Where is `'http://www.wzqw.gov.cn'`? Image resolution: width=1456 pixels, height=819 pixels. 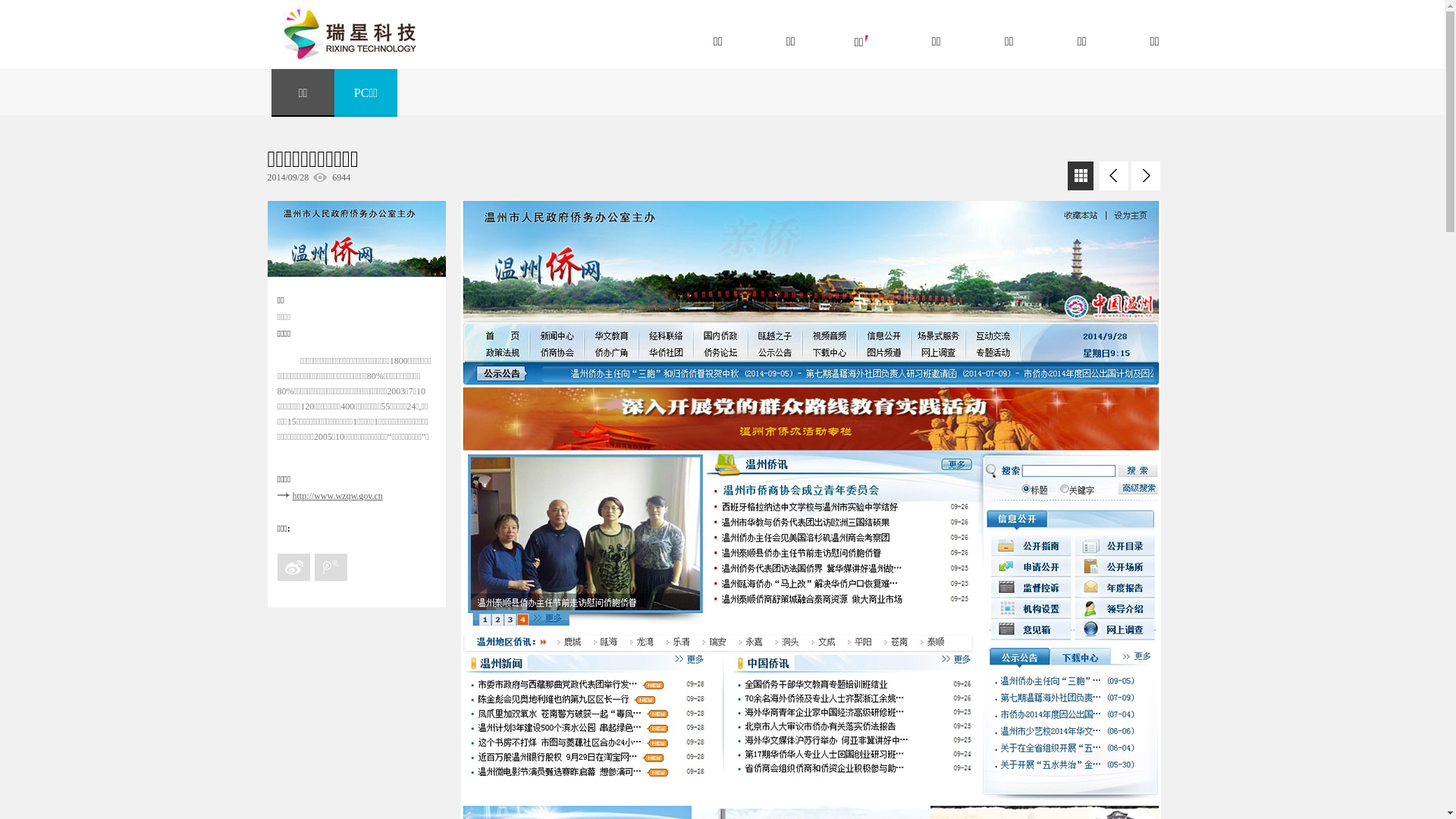 'http://www.wzqw.gov.cn' is located at coordinates (337, 496).